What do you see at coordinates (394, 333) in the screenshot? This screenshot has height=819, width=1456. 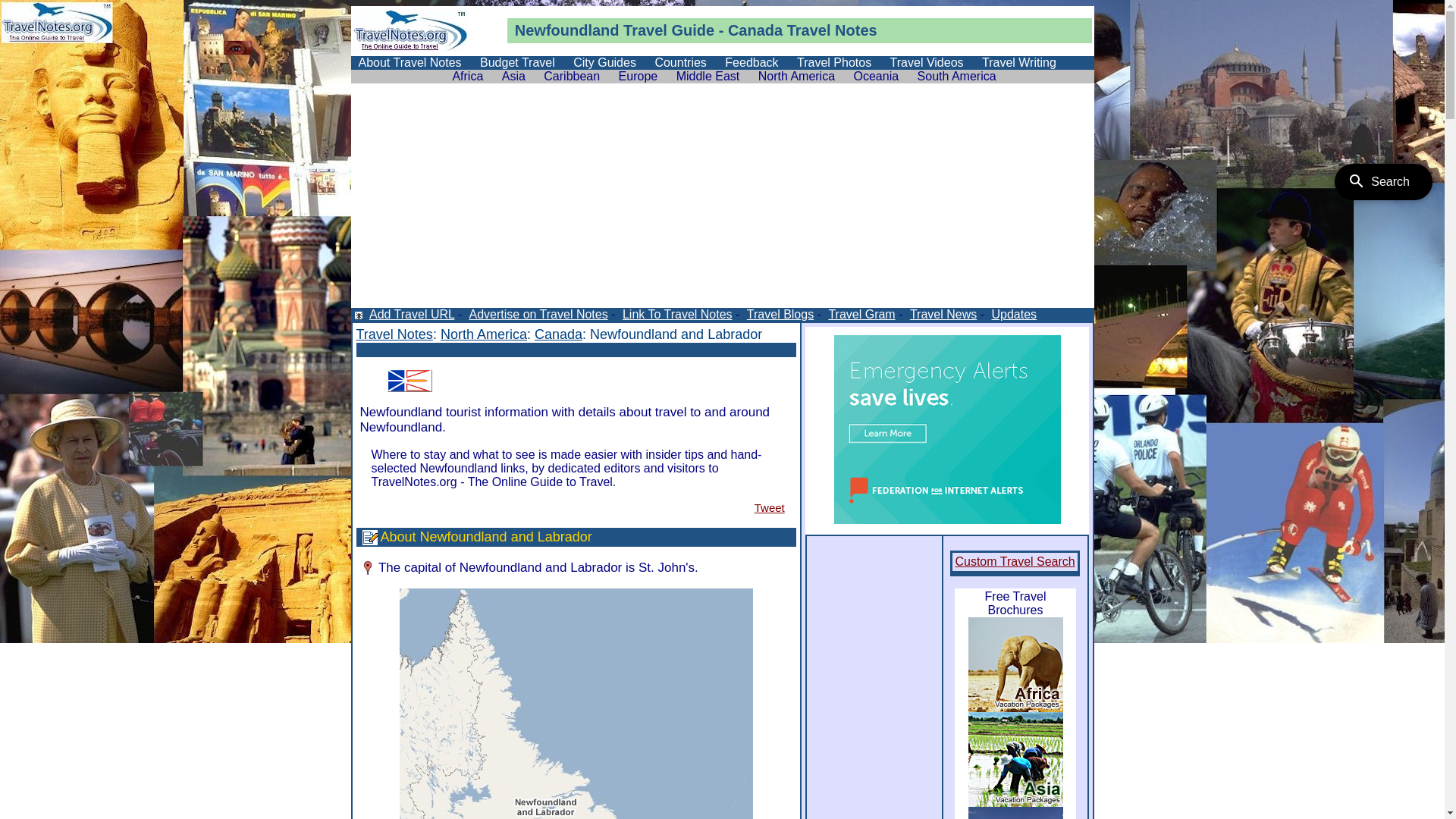 I see `'Travel Notes'` at bounding box center [394, 333].